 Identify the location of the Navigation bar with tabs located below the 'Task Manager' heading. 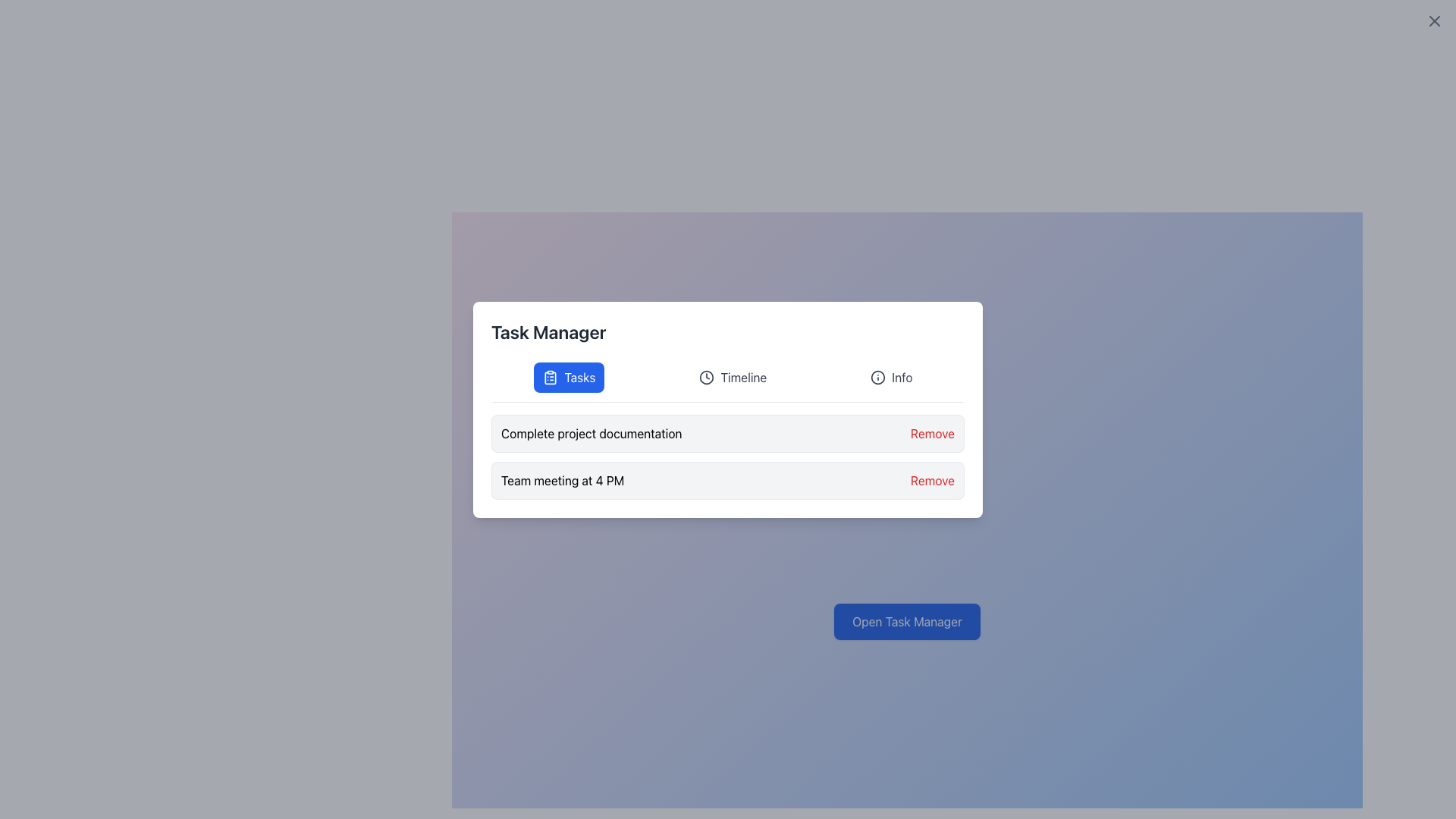
(728, 381).